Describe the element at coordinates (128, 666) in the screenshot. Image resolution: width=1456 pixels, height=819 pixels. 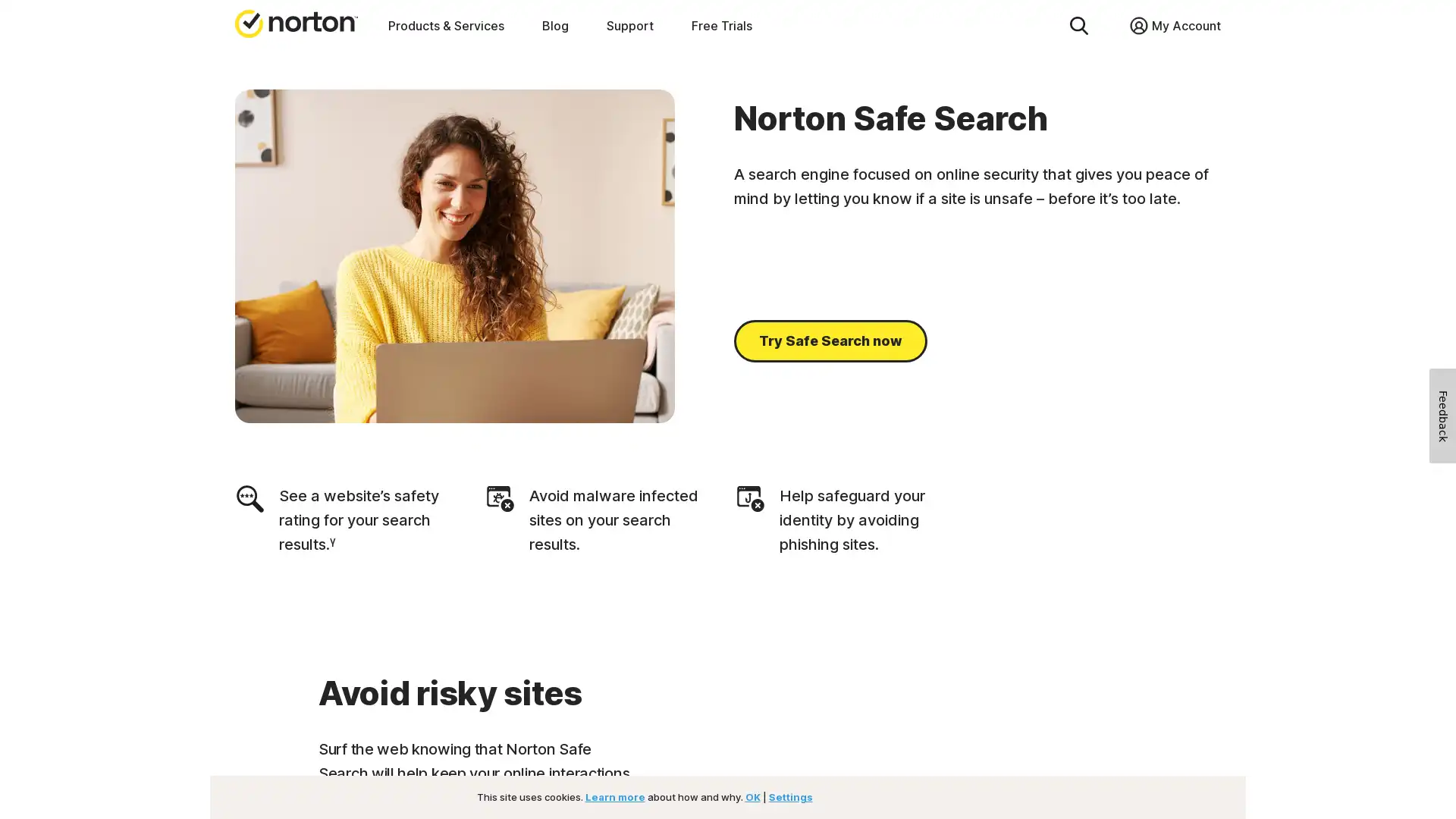
I see `No Thanks` at that location.